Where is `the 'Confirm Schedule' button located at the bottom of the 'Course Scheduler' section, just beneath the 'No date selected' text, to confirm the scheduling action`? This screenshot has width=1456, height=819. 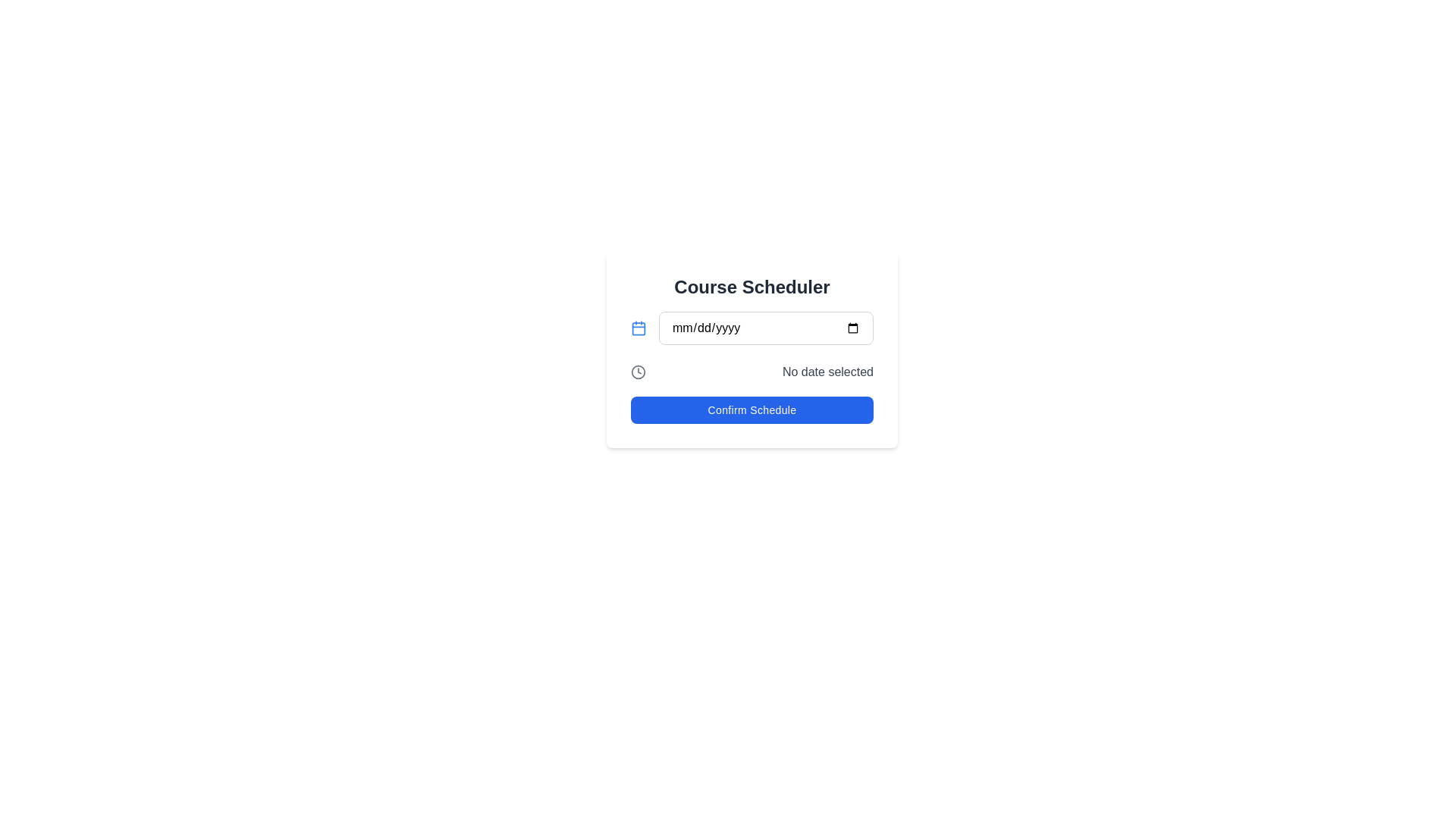
the 'Confirm Schedule' button located at the bottom of the 'Course Scheduler' section, just beneath the 'No date selected' text, to confirm the scheduling action is located at coordinates (752, 409).